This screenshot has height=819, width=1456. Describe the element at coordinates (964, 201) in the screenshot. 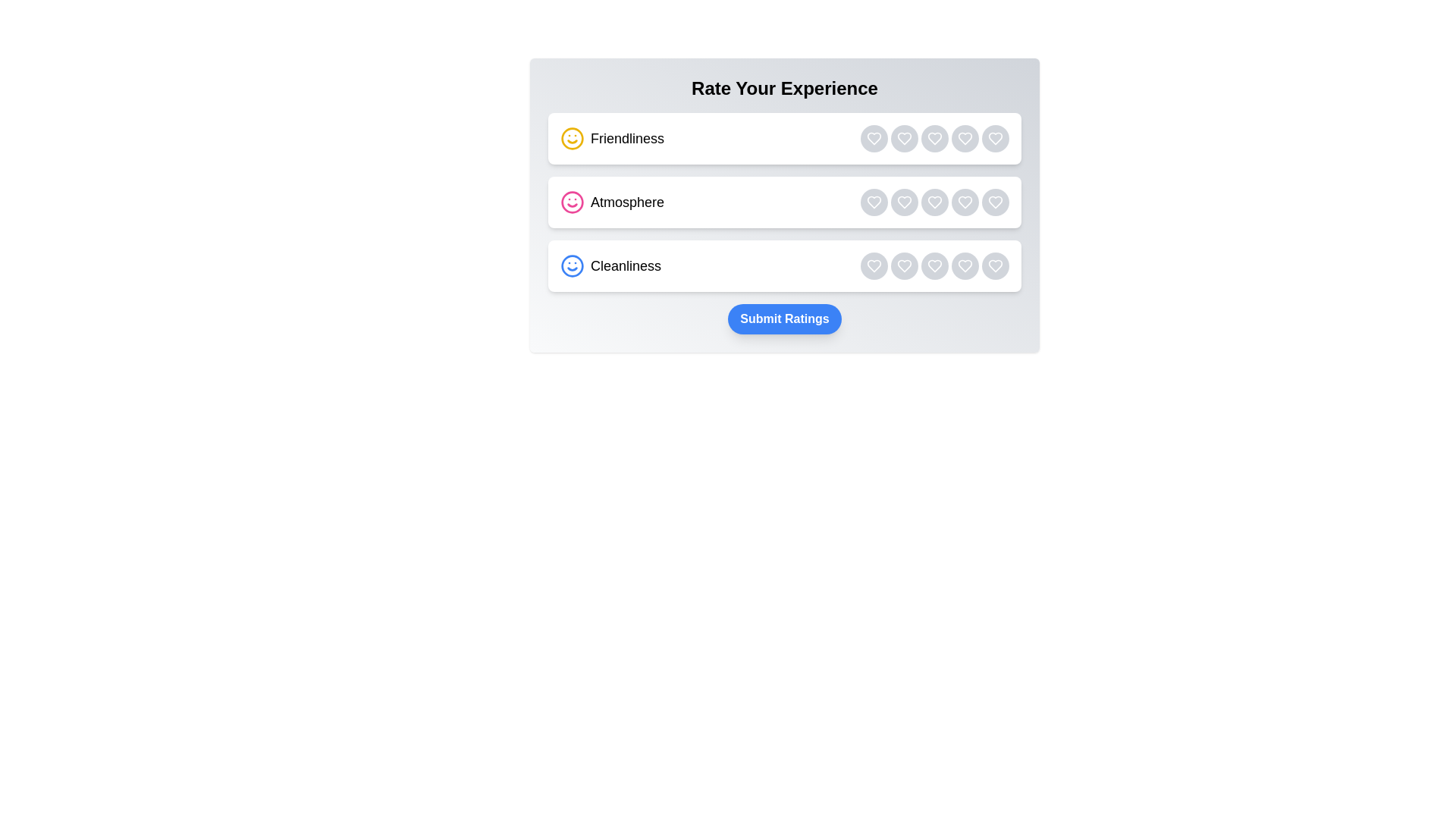

I see `the rating button for category Atmosphere with rating 4` at that location.